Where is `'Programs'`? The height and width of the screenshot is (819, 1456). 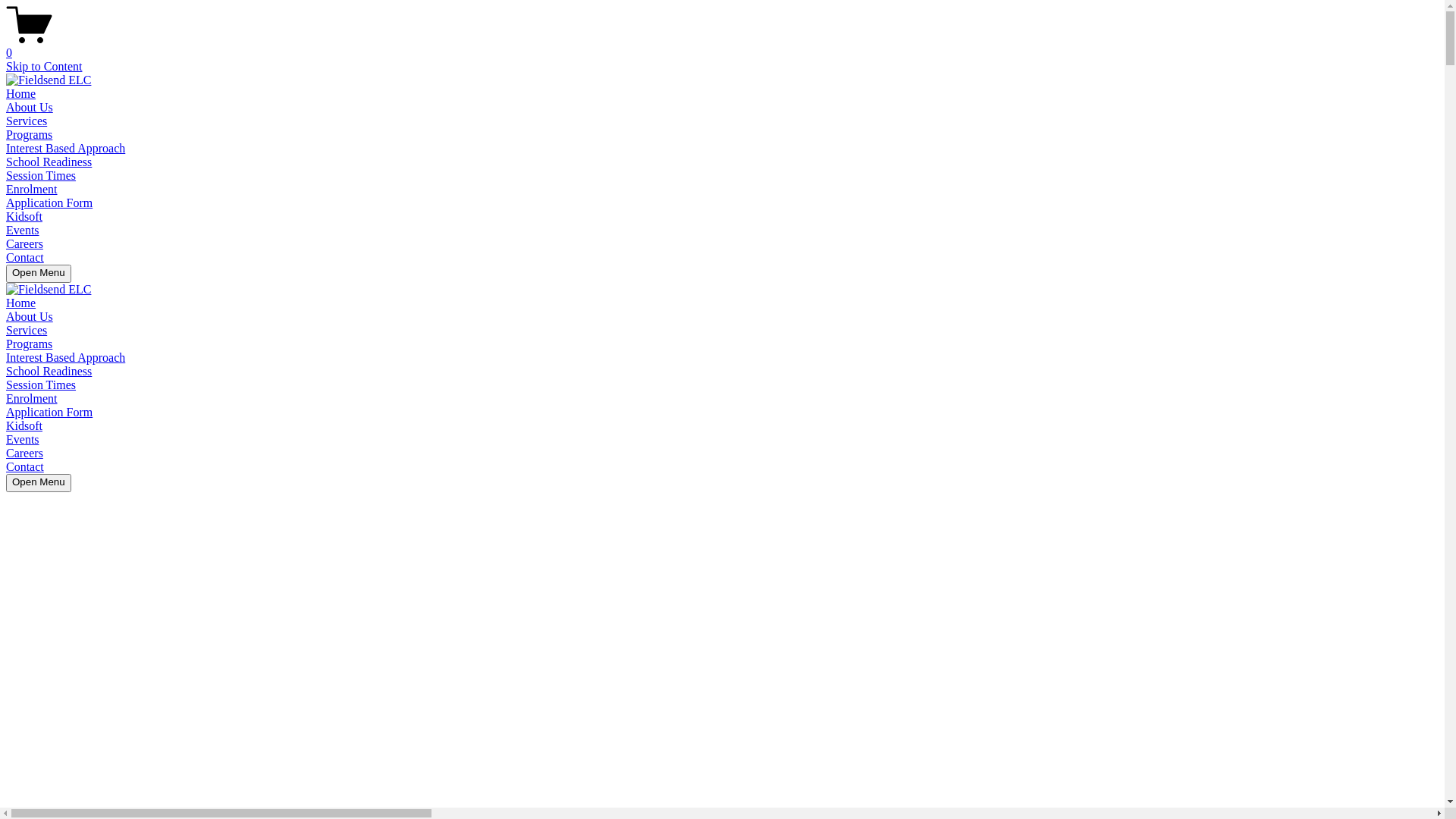 'Programs' is located at coordinates (6, 344).